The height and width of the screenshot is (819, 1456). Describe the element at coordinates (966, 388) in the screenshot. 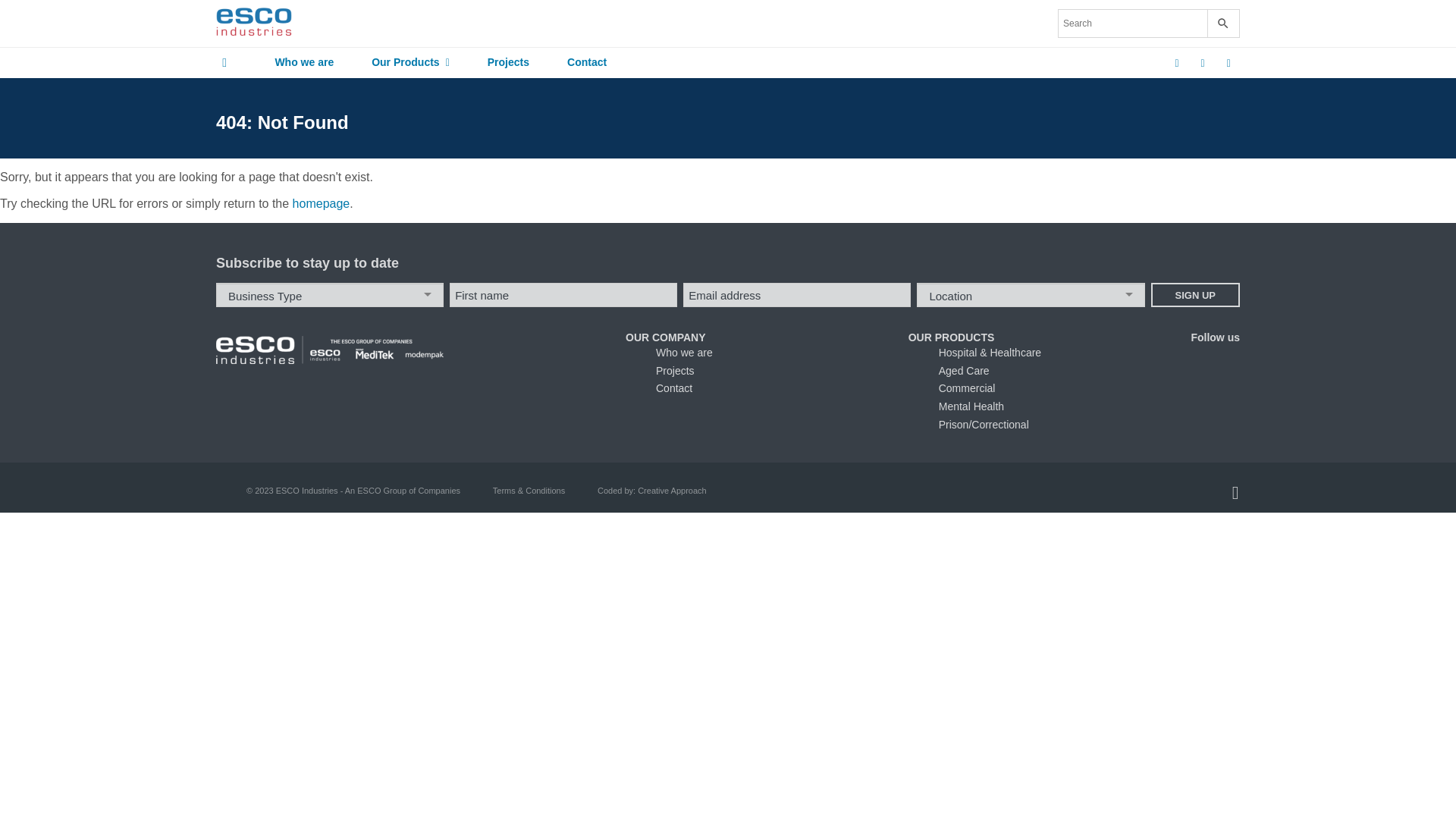

I see `'Commercial'` at that location.